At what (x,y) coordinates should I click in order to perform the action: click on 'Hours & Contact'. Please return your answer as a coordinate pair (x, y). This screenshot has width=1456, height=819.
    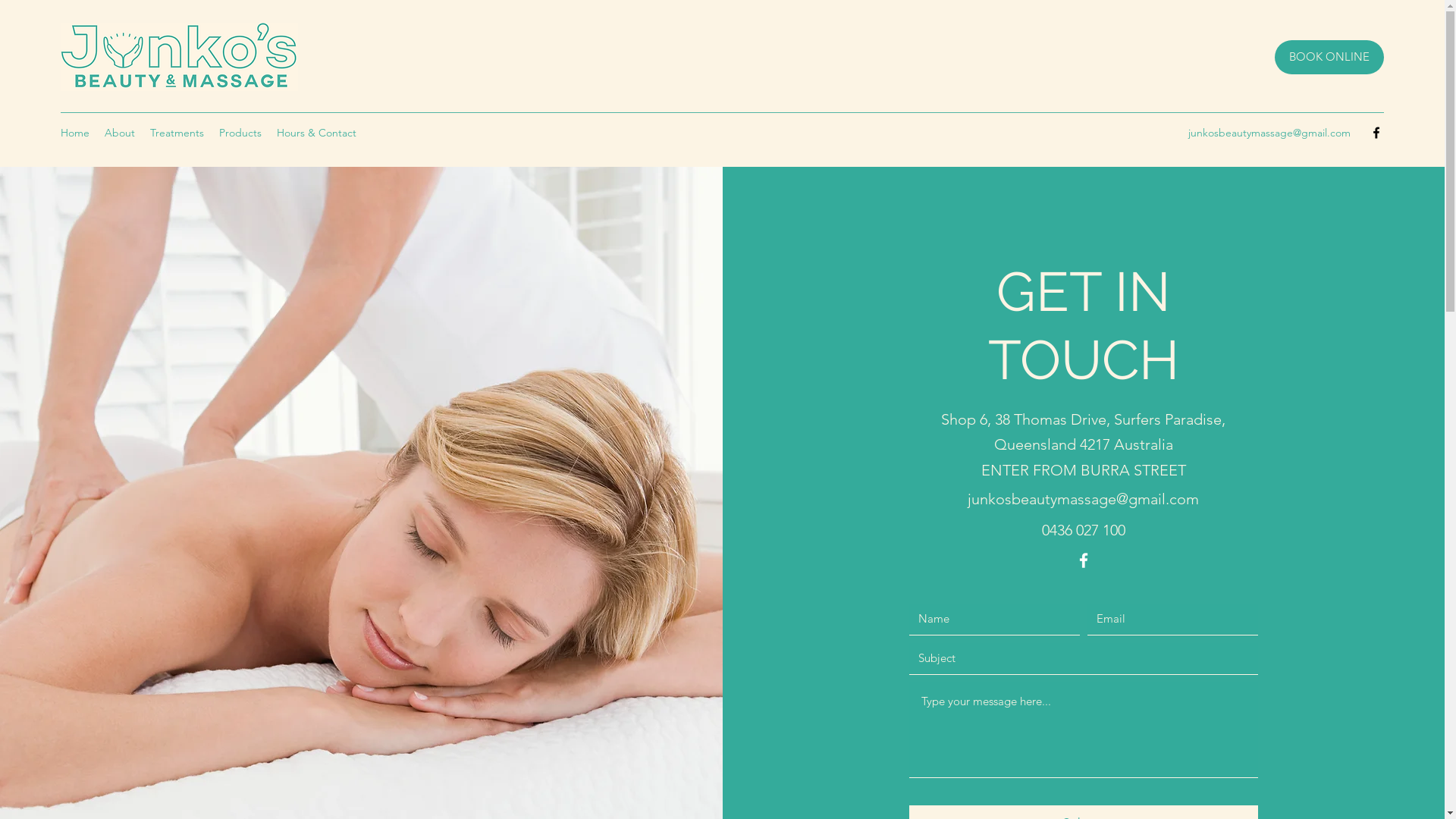
    Looking at the image, I should click on (315, 131).